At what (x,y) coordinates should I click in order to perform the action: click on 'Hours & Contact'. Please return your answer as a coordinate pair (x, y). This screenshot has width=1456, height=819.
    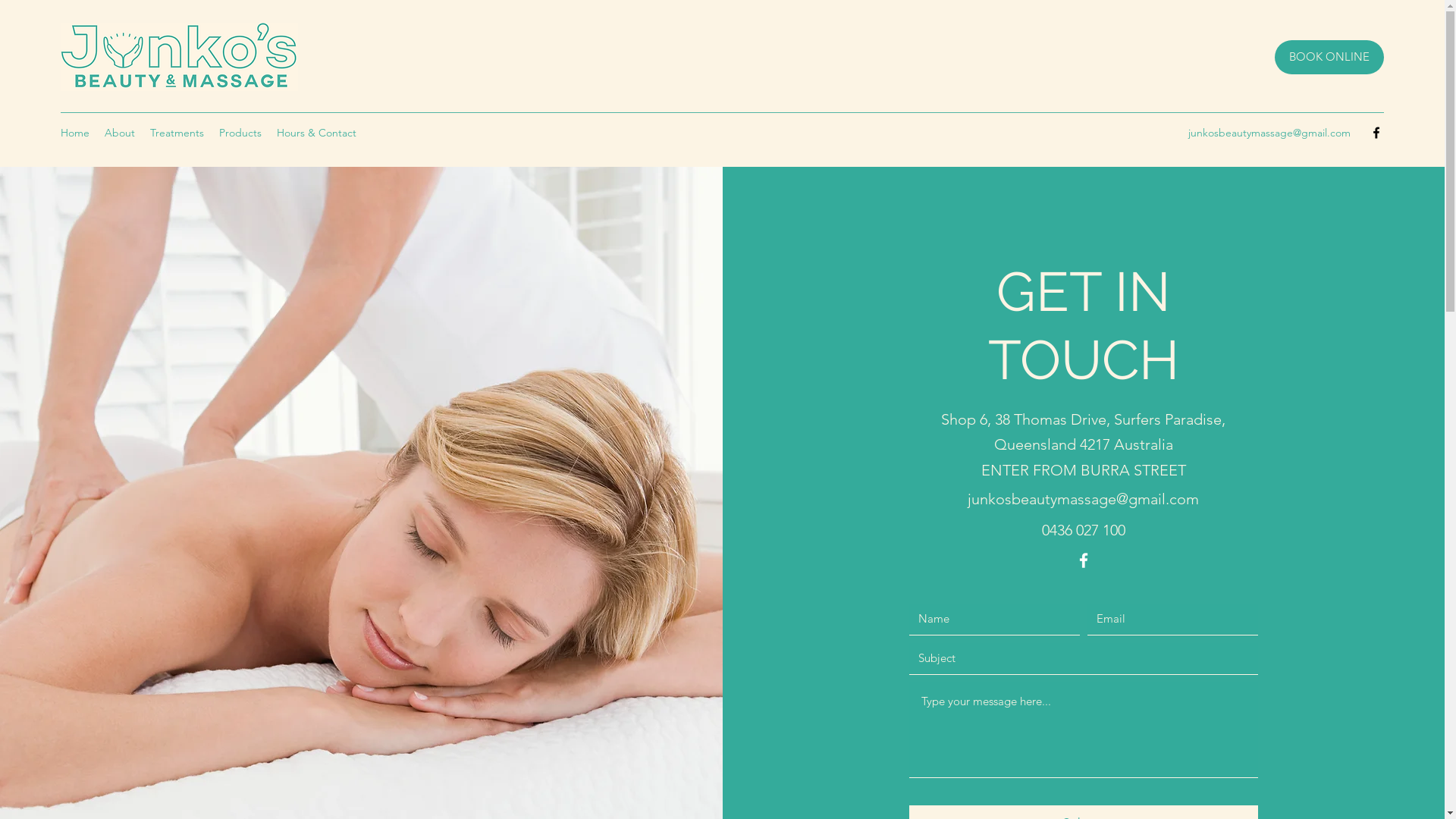
    Looking at the image, I should click on (315, 131).